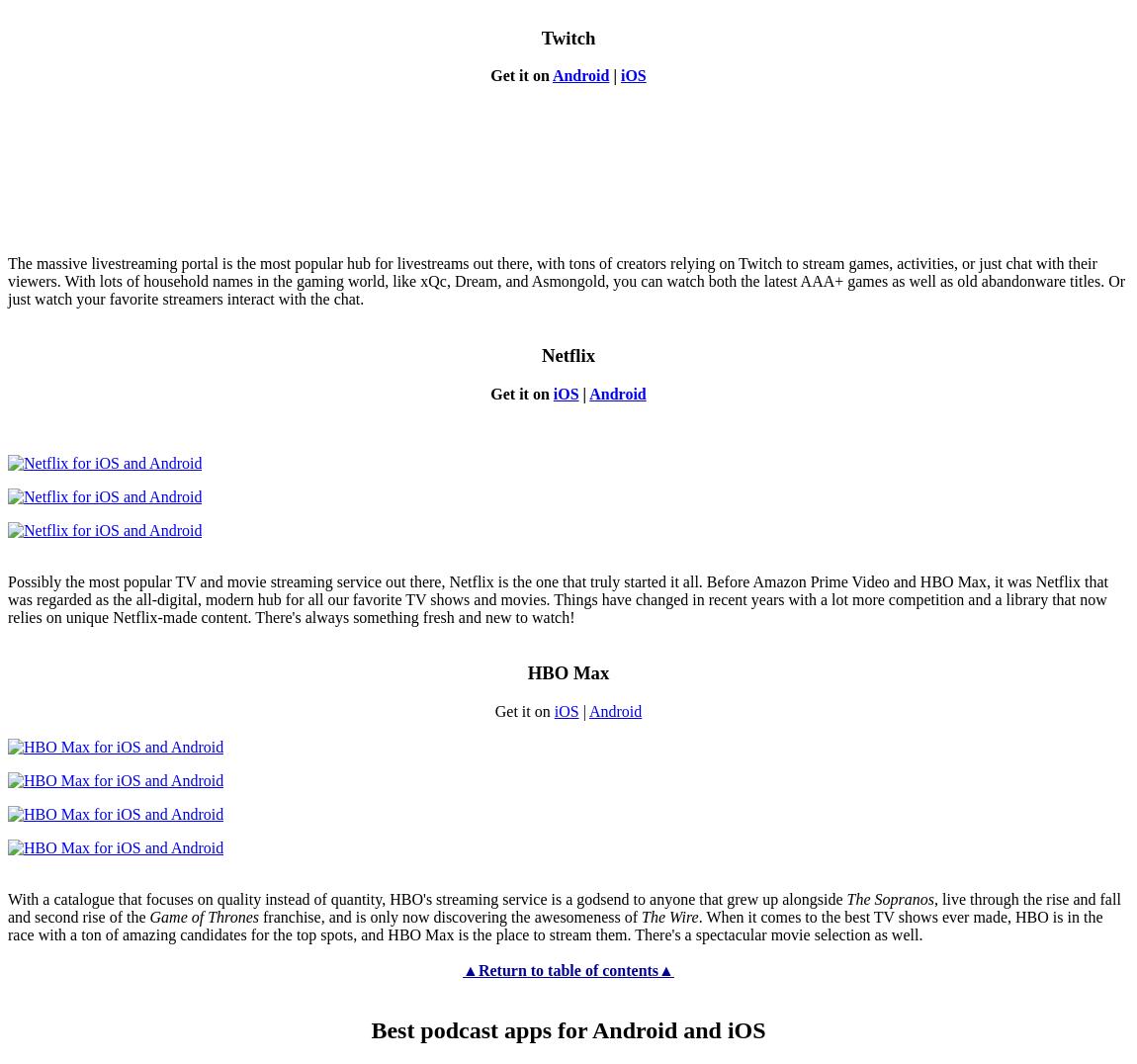 This screenshot has height=1064, width=1137. What do you see at coordinates (564, 907) in the screenshot?
I see `', live through the rise and fall and second rise of the'` at bounding box center [564, 907].